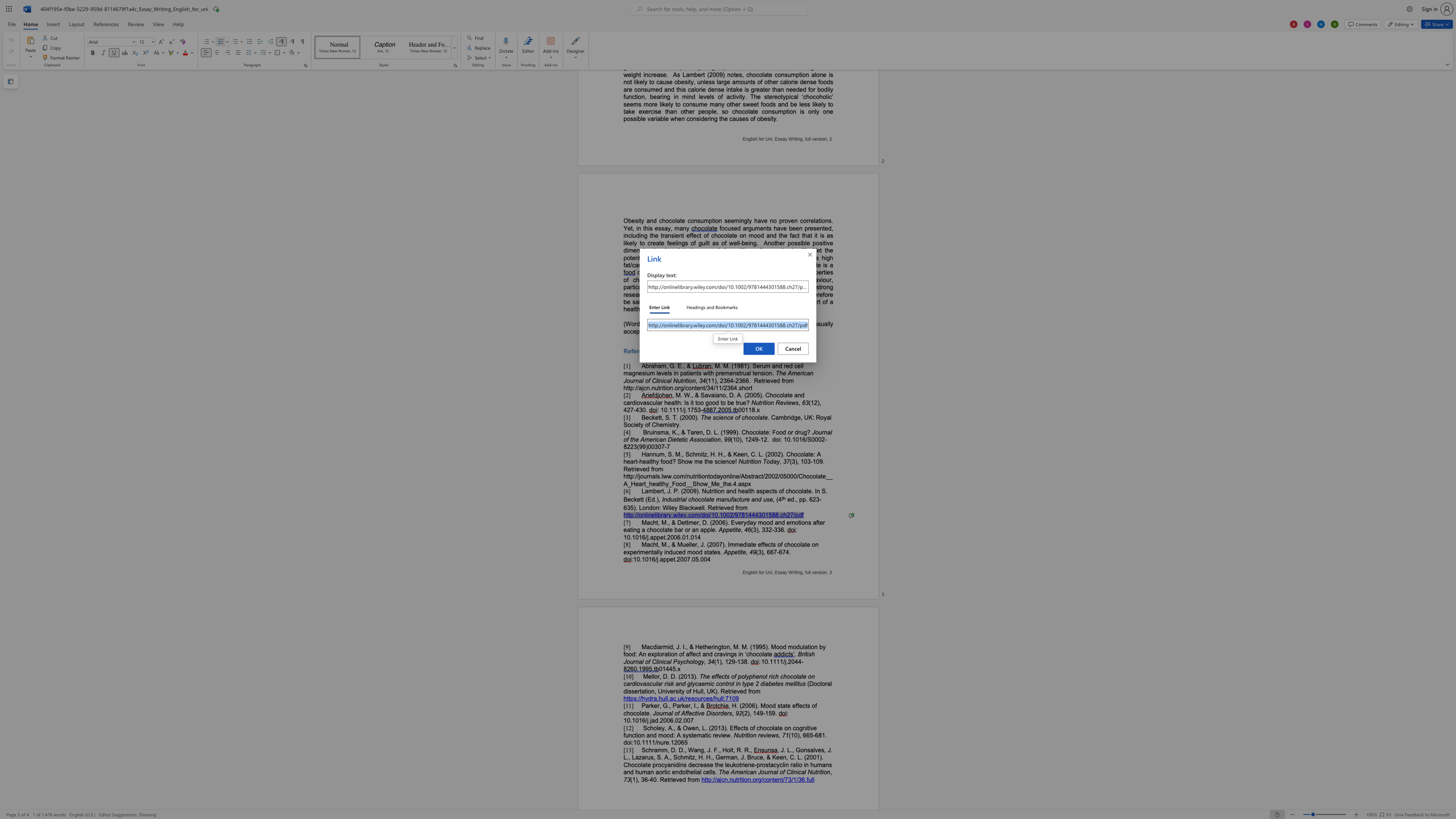 The height and width of the screenshot is (819, 1456). What do you see at coordinates (665, 691) in the screenshot?
I see `the 3th character "i" in the text` at bounding box center [665, 691].